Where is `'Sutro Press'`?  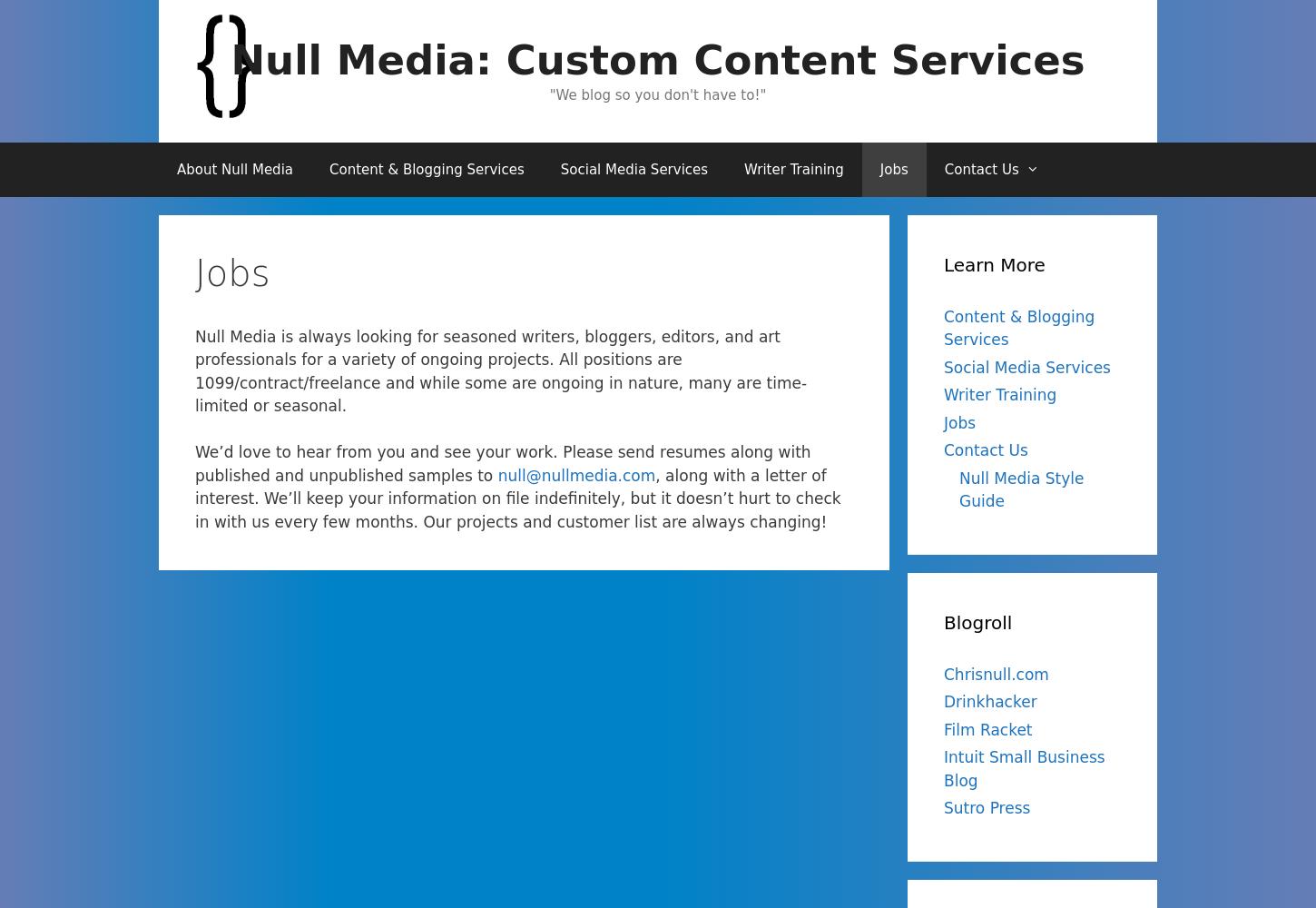
'Sutro Press' is located at coordinates (987, 808).